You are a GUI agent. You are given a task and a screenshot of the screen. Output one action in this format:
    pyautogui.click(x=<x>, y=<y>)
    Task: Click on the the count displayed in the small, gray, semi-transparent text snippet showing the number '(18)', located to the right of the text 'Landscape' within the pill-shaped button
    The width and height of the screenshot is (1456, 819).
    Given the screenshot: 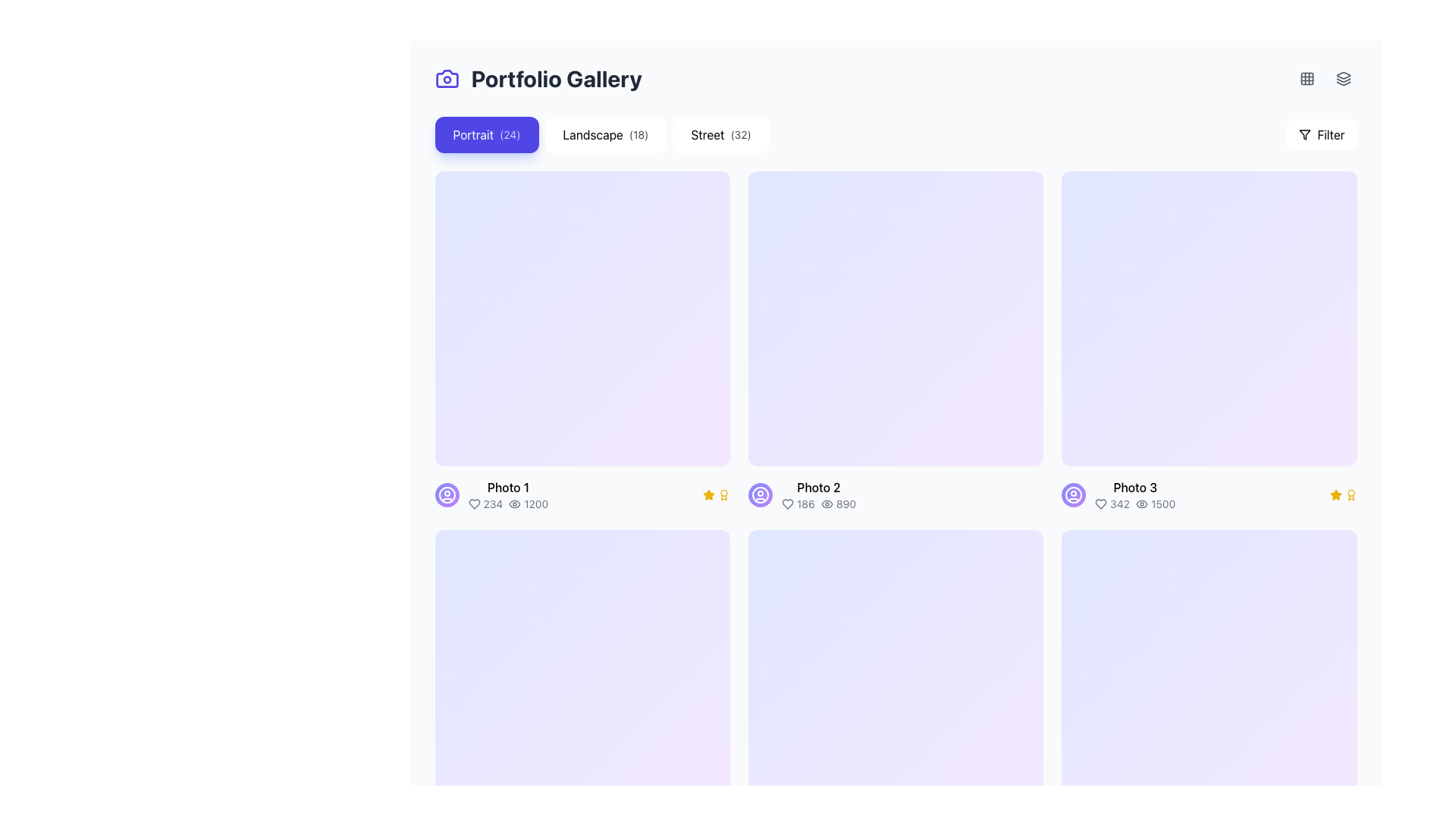 What is the action you would take?
    pyautogui.click(x=639, y=133)
    